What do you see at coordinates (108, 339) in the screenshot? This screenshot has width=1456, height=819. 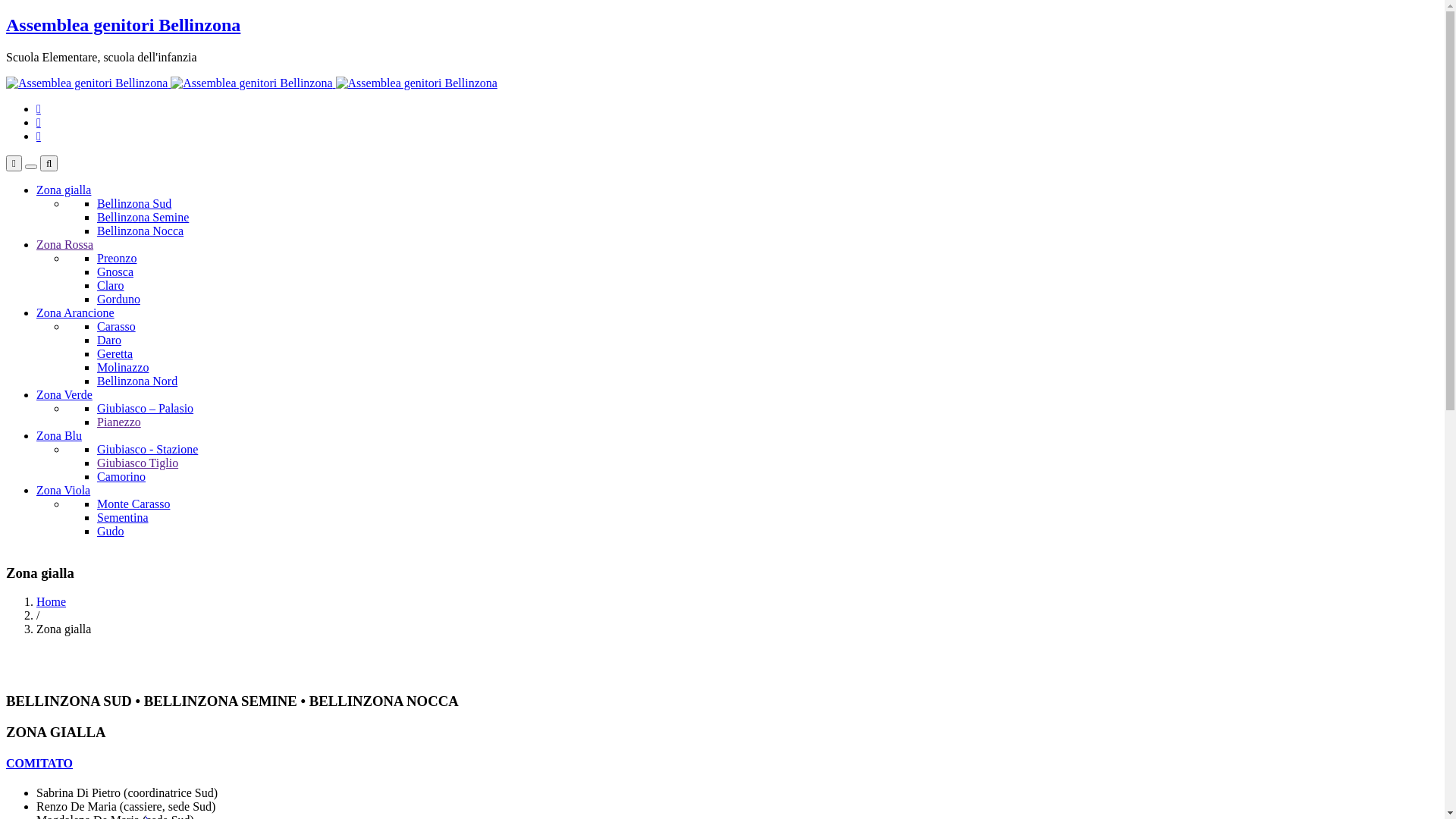 I see `'Daro'` at bounding box center [108, 339].